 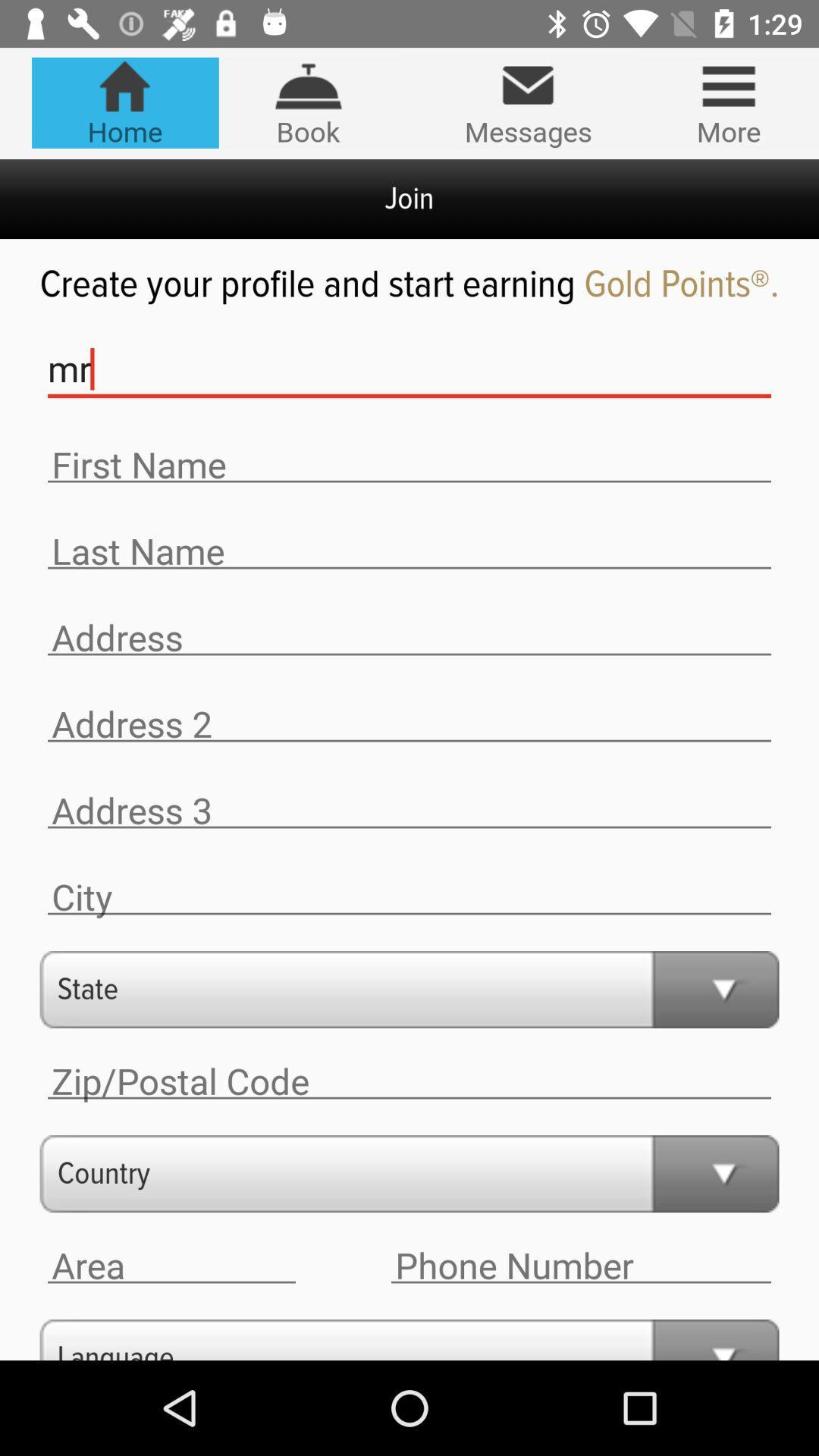 What do you see at coordinates (409, 551) in the screenshot?
I see `last name` at bounding box center [409, 551].